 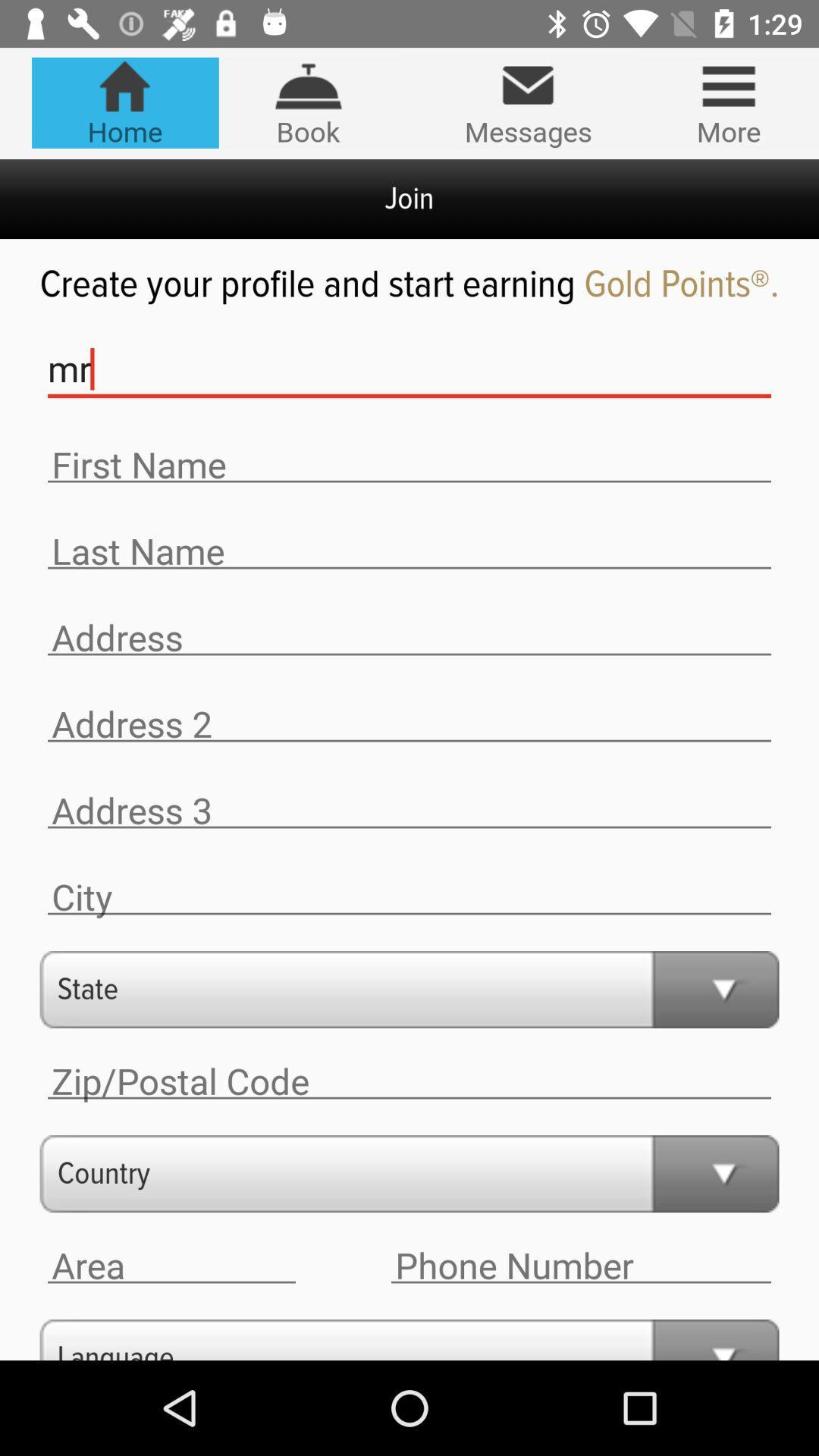 What do you see at coordinates (409, 551) in the screenshot?
I see `last name` at bounding box center [409, 551].